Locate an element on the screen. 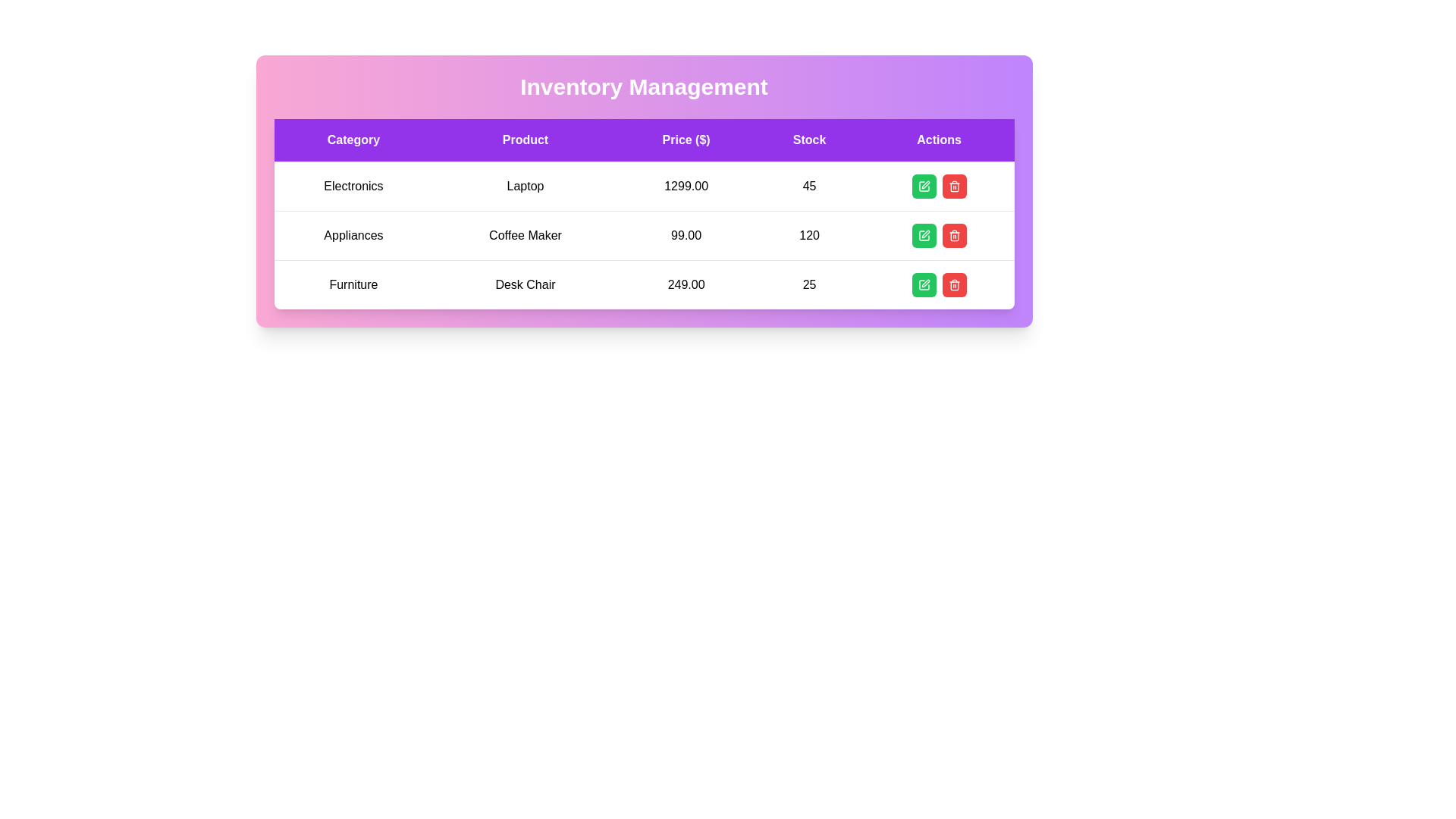 This screenshot has width=1456, height=819. the text label displaying '25' in the 'Stock' column of the 'Desk Chair' row is located at coordinates (808, 284).